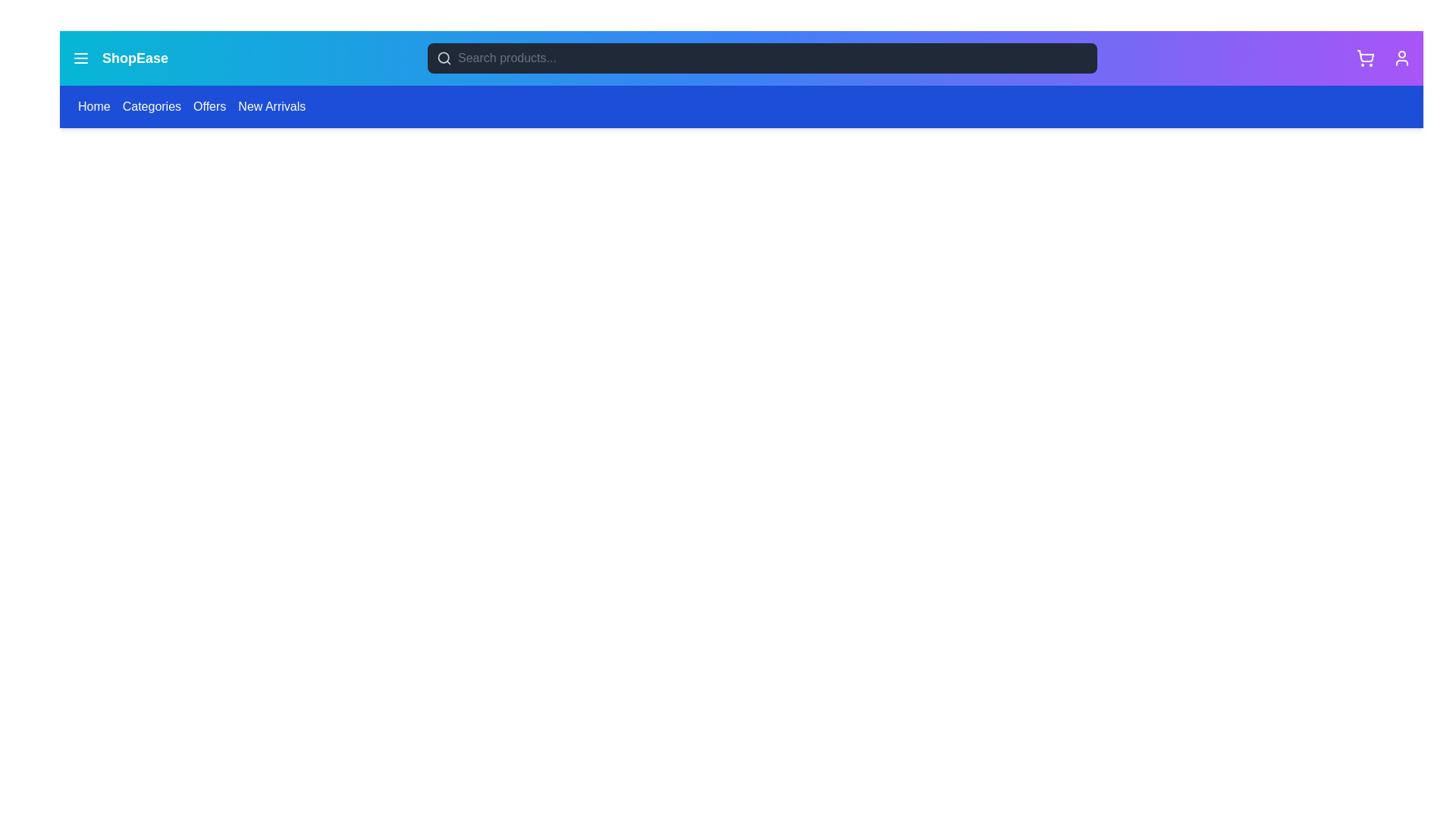 The image size is (1456, 819). What do you see at coordinates (443, 58) in the screenshot?
I see `the search feature indicator icon located to the left of the input field in the navigation bar` at bounding box center [443, 58].